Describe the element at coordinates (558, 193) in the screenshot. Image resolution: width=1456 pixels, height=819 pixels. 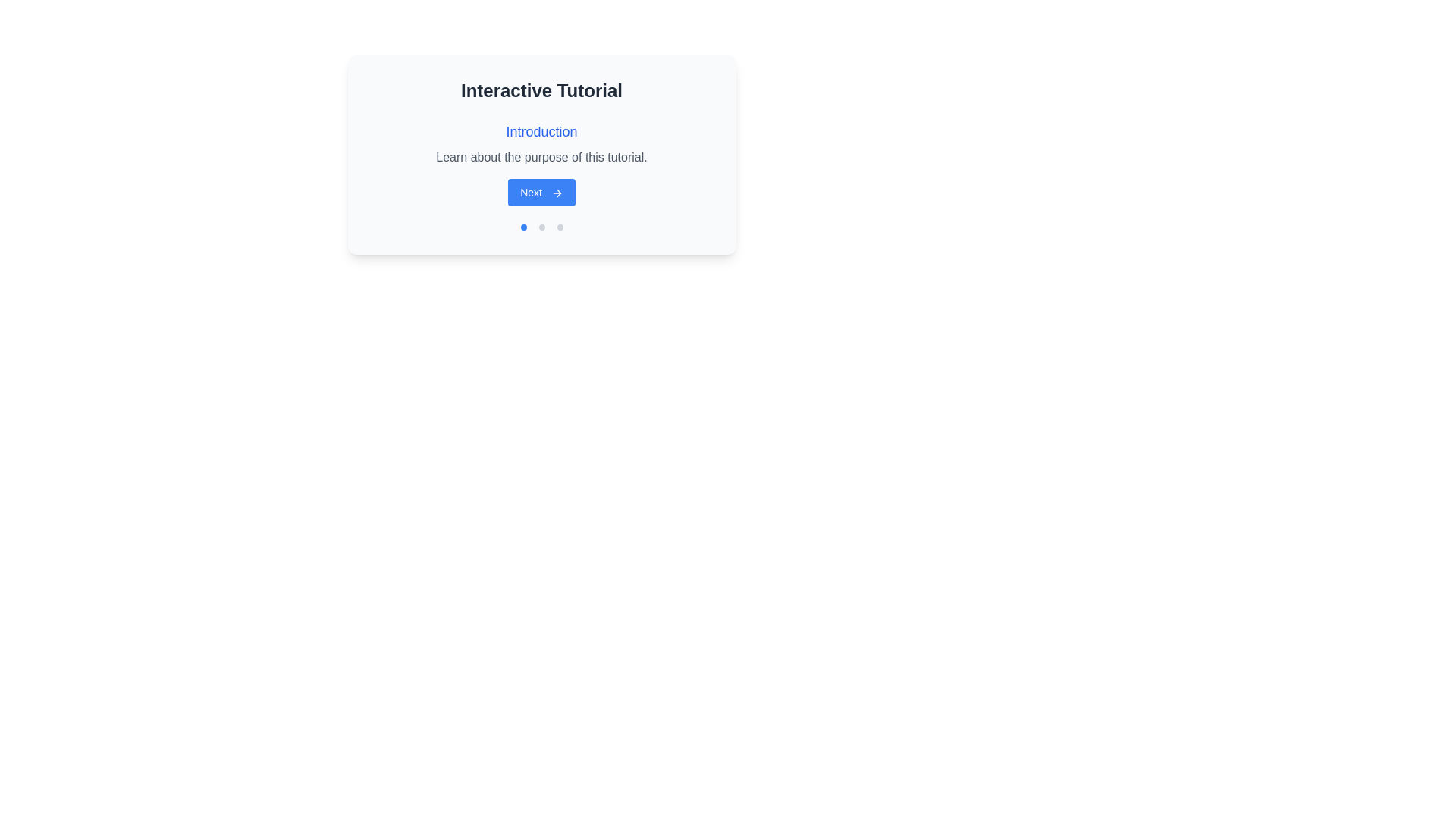
I see `the rightward triangle icon indicating movement associated with the 'Next' button` at that location.